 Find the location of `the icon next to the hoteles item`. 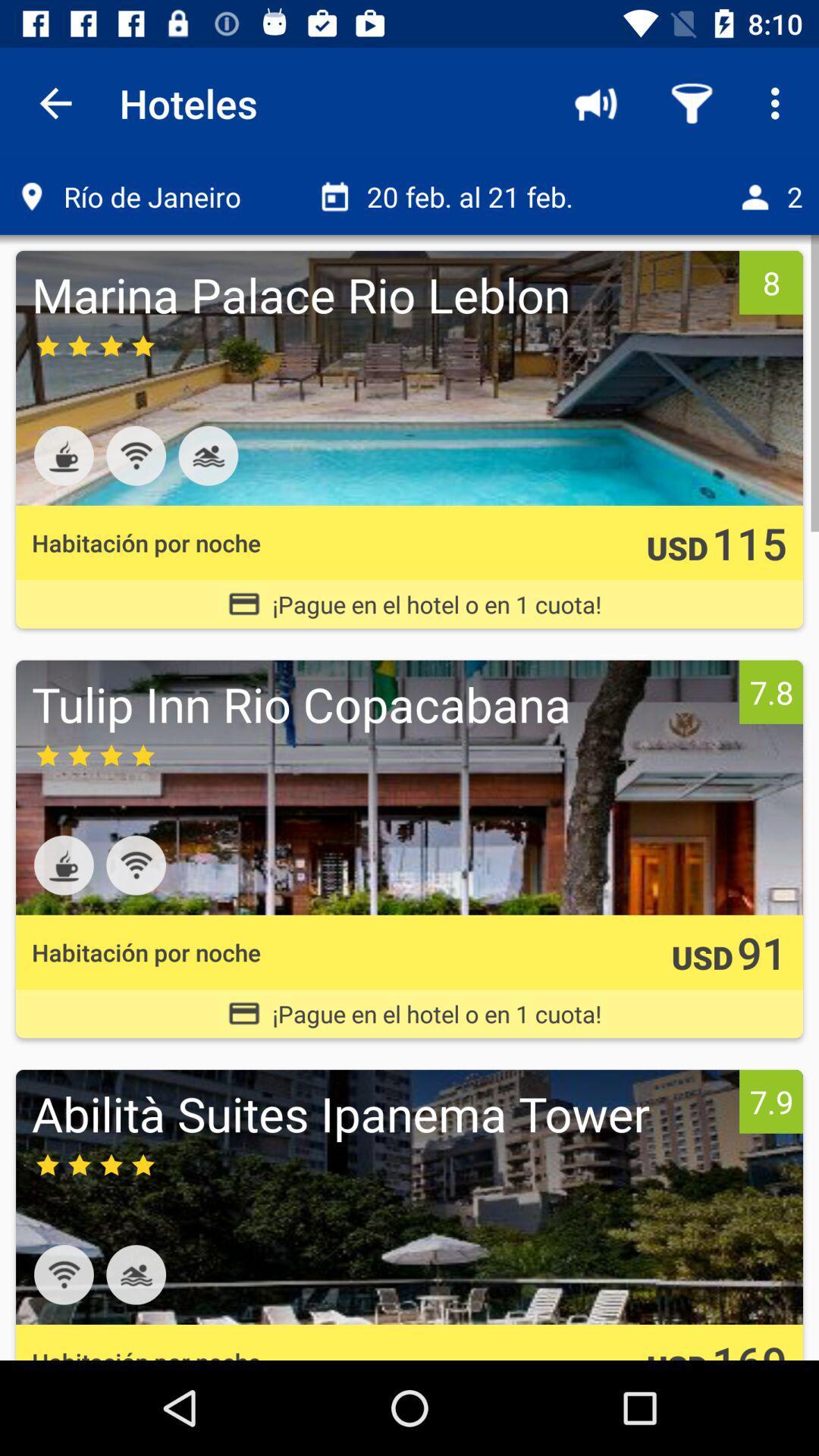

the icon next to the hoteles item is located at coordinates (55, 102).